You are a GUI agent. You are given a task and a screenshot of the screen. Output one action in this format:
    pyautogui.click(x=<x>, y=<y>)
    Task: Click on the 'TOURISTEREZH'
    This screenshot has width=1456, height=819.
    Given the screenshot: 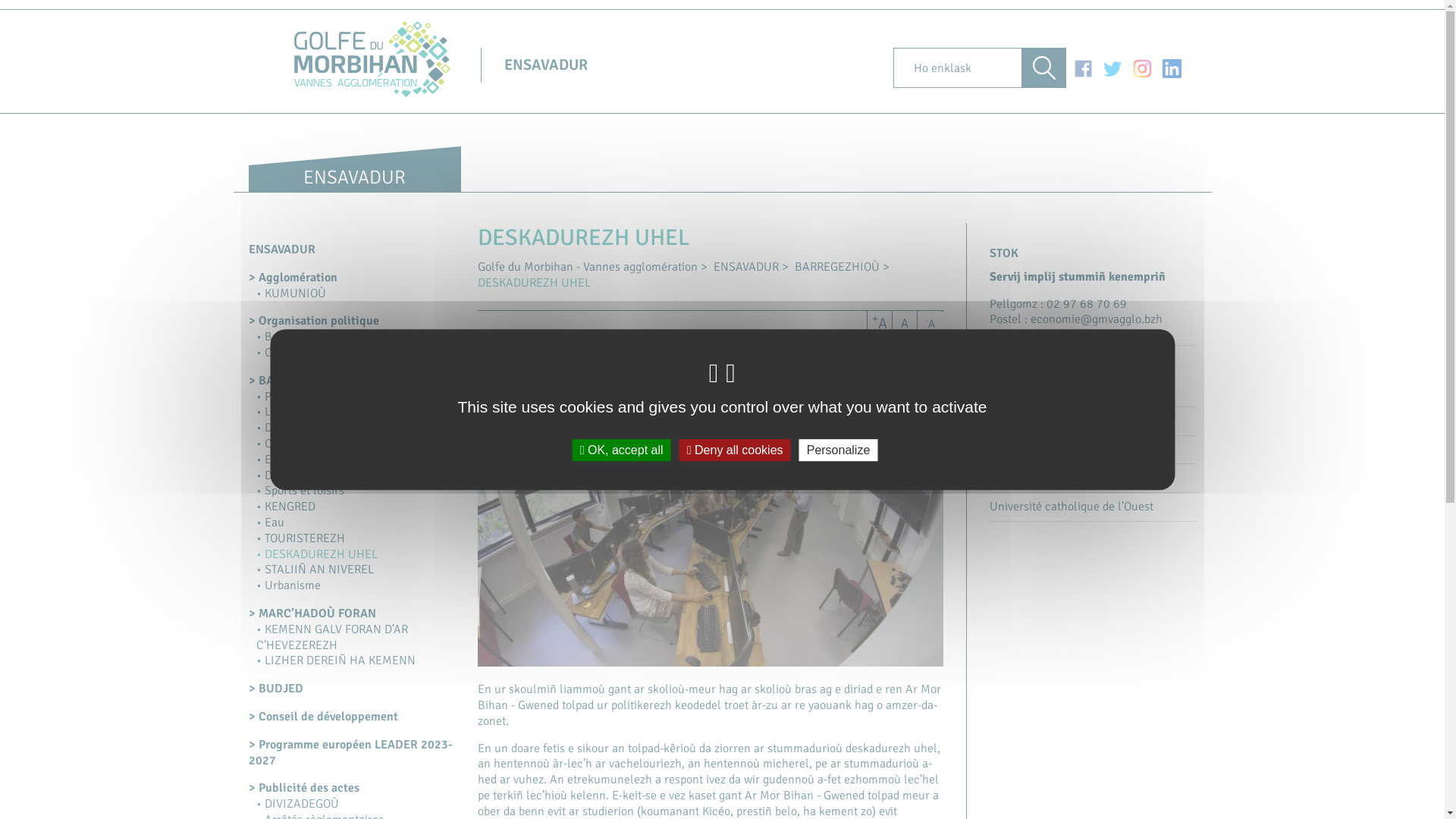 What is the action you would take?
    pyautogui.click(x=300, y=537)
    